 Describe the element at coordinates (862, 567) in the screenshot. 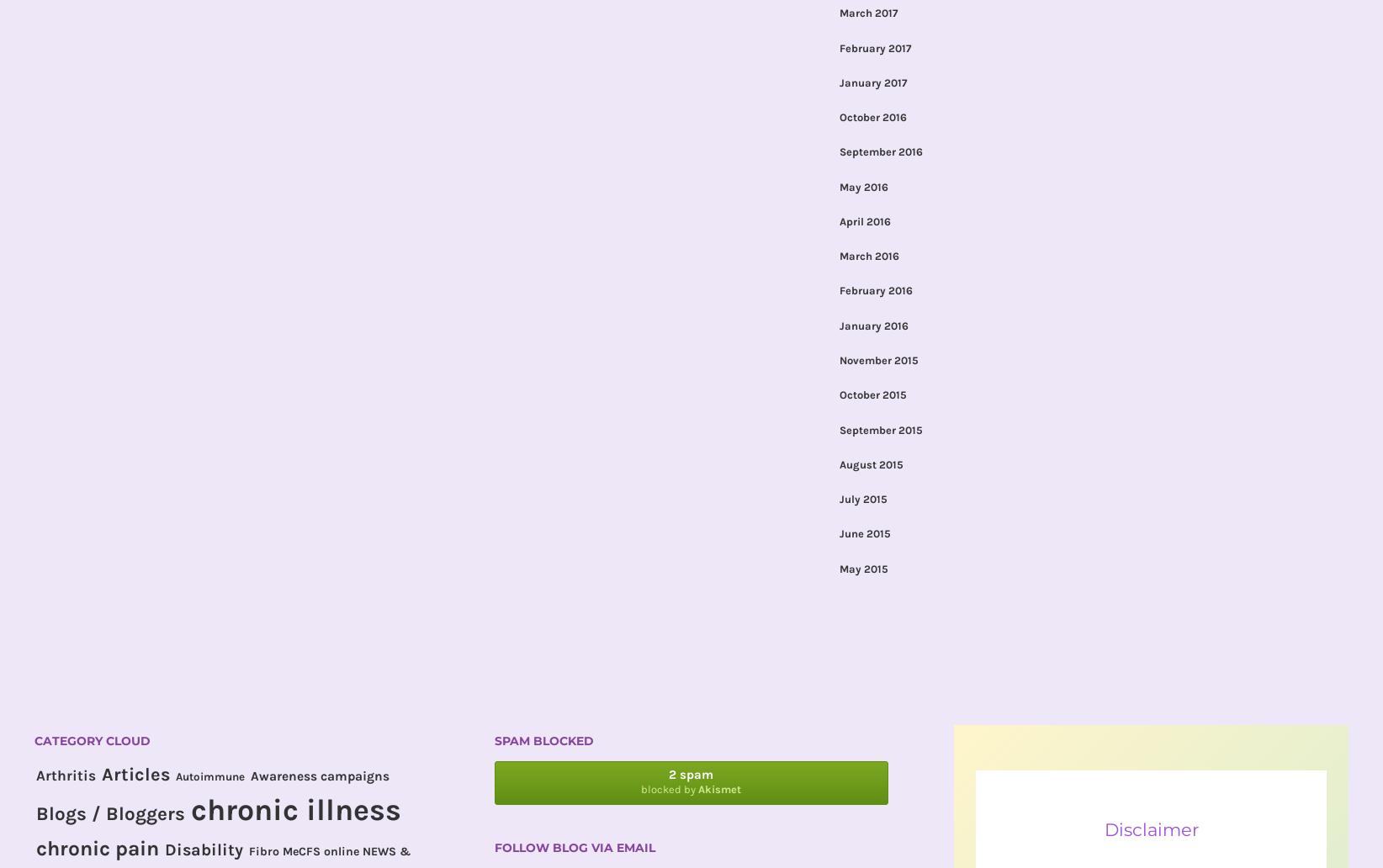

I see `'May 2015'` at that location.